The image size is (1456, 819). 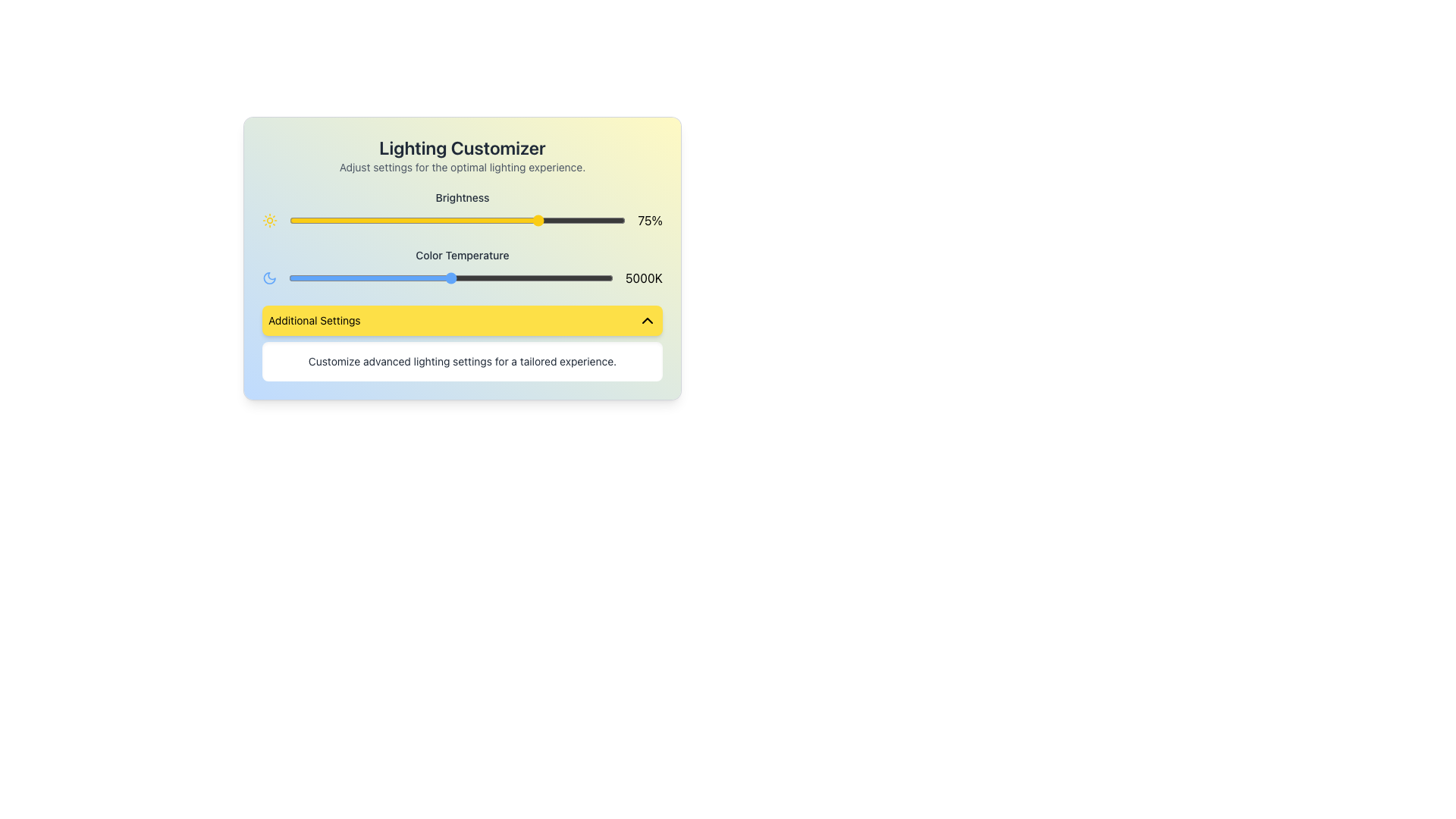 What do you see at coordinates (269, 278) in the screenshot?
I see `the moon-shaped icon in the 'Color Temperature' section` at bounding box center [269, 278].